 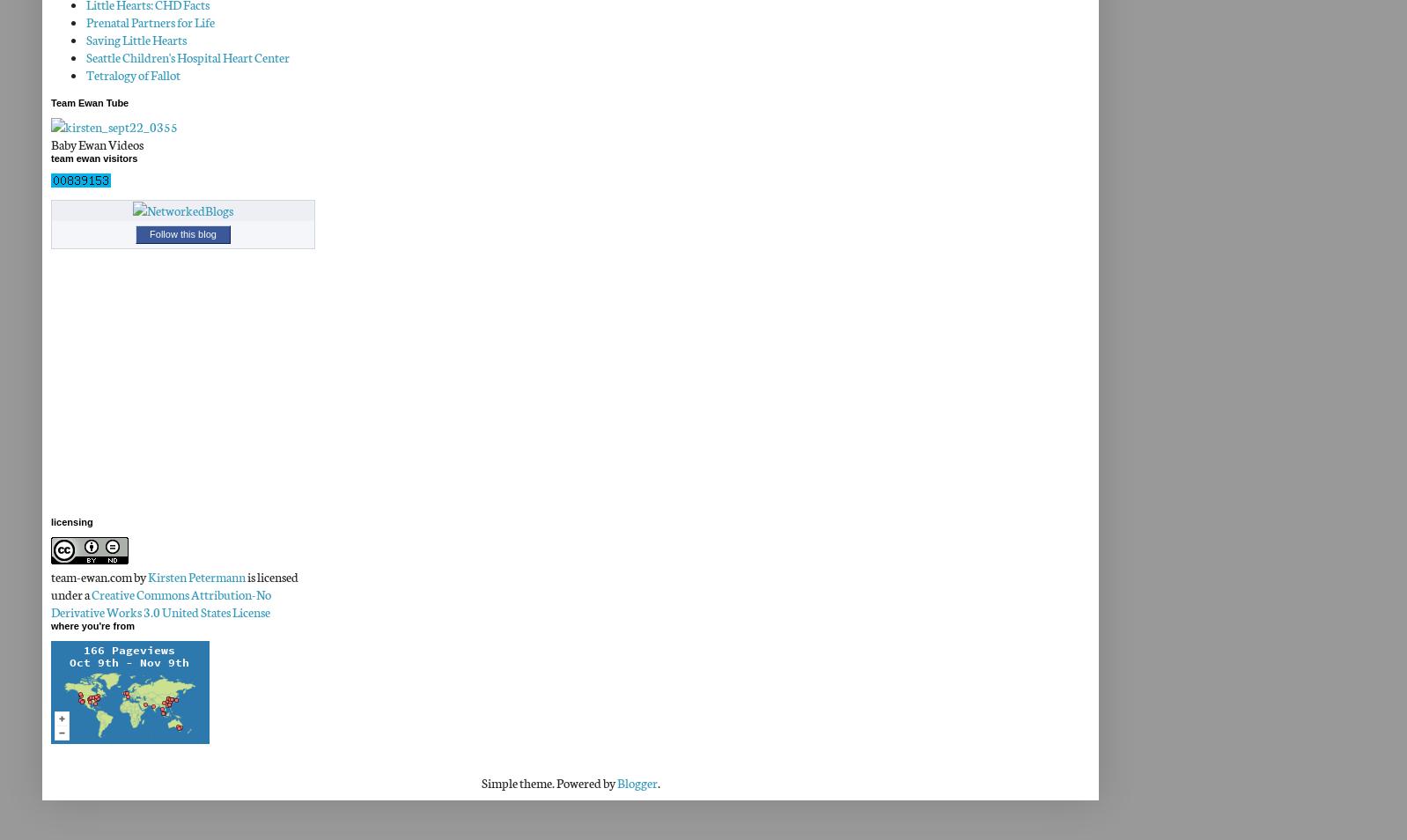 What do you see at coordinates (658, 783) in the screenshot?
I see `'.'` at bounding box center [658, 783].